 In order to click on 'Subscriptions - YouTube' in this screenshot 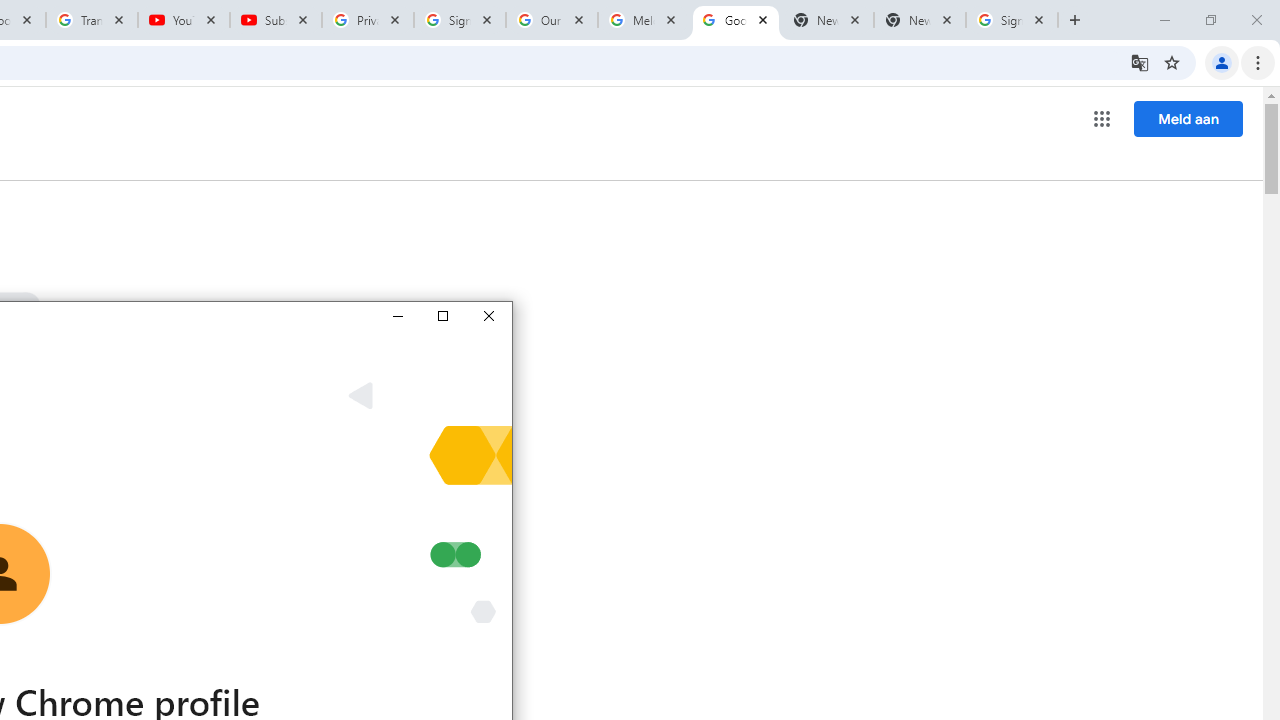, I will do `click(275, 20)`.